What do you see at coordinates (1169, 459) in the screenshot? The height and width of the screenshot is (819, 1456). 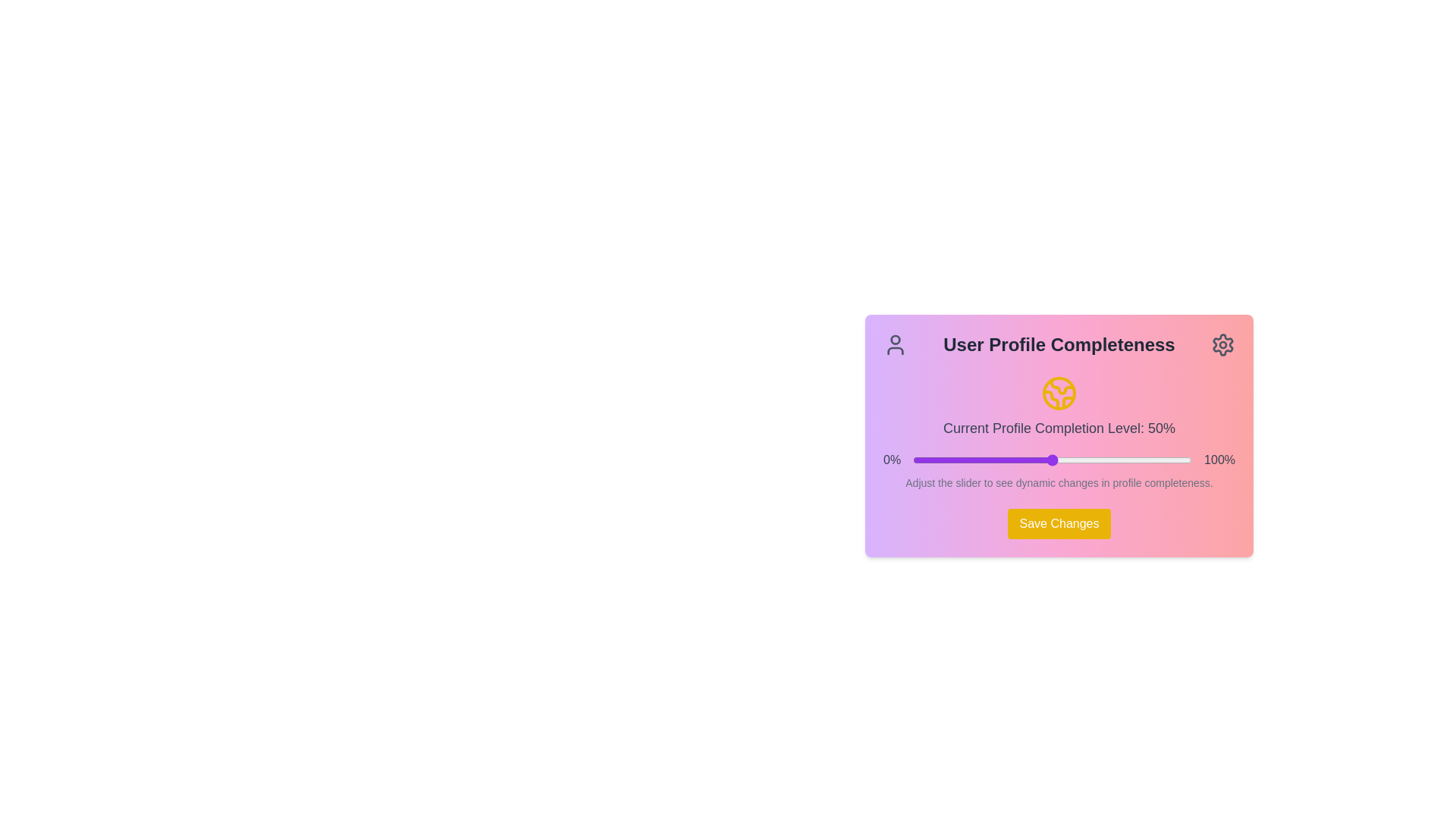 I see `the profile completion percentage` at bounding box center [1169, 459].